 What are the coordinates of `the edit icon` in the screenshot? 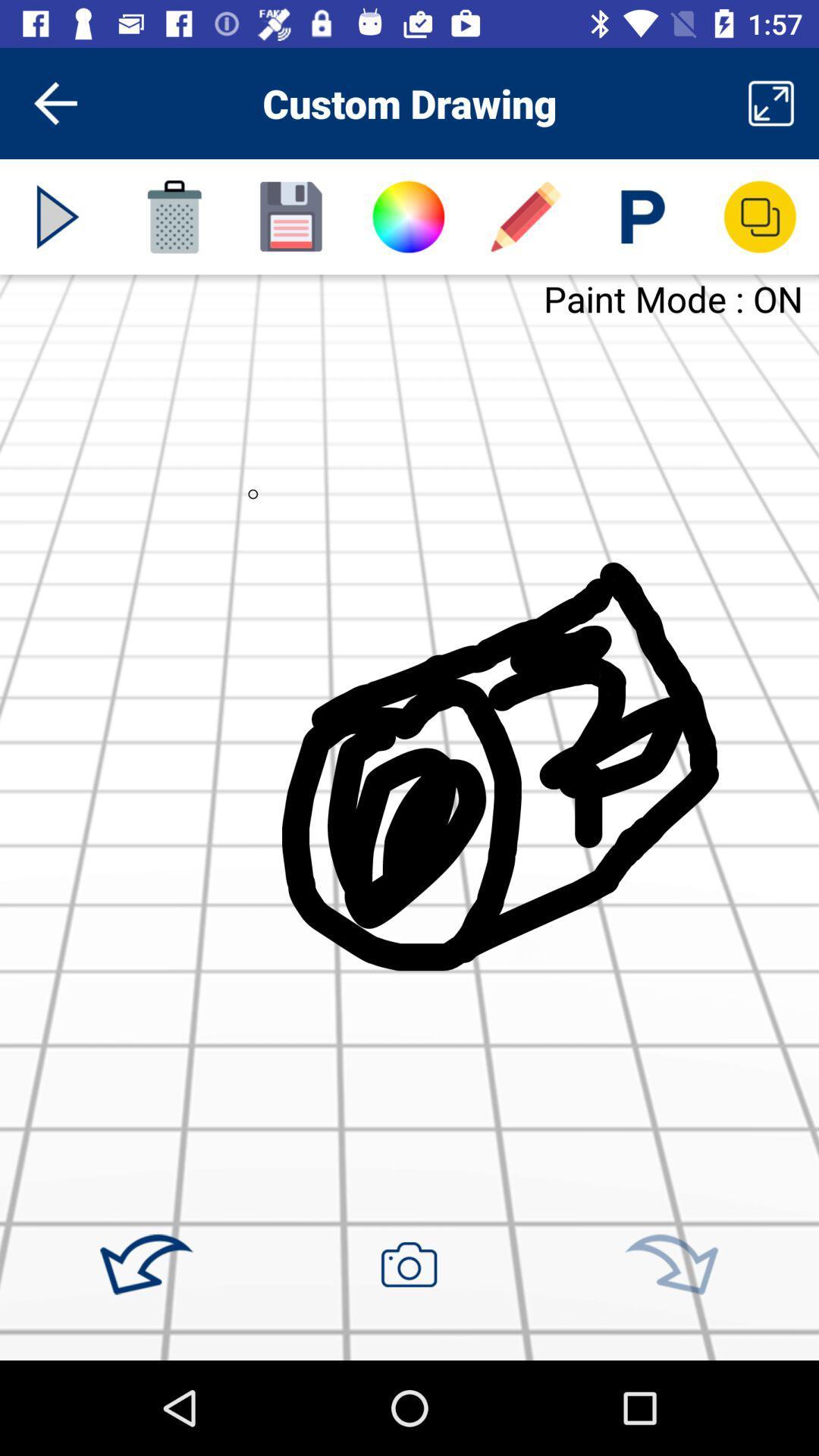 It's located at (525, 216).